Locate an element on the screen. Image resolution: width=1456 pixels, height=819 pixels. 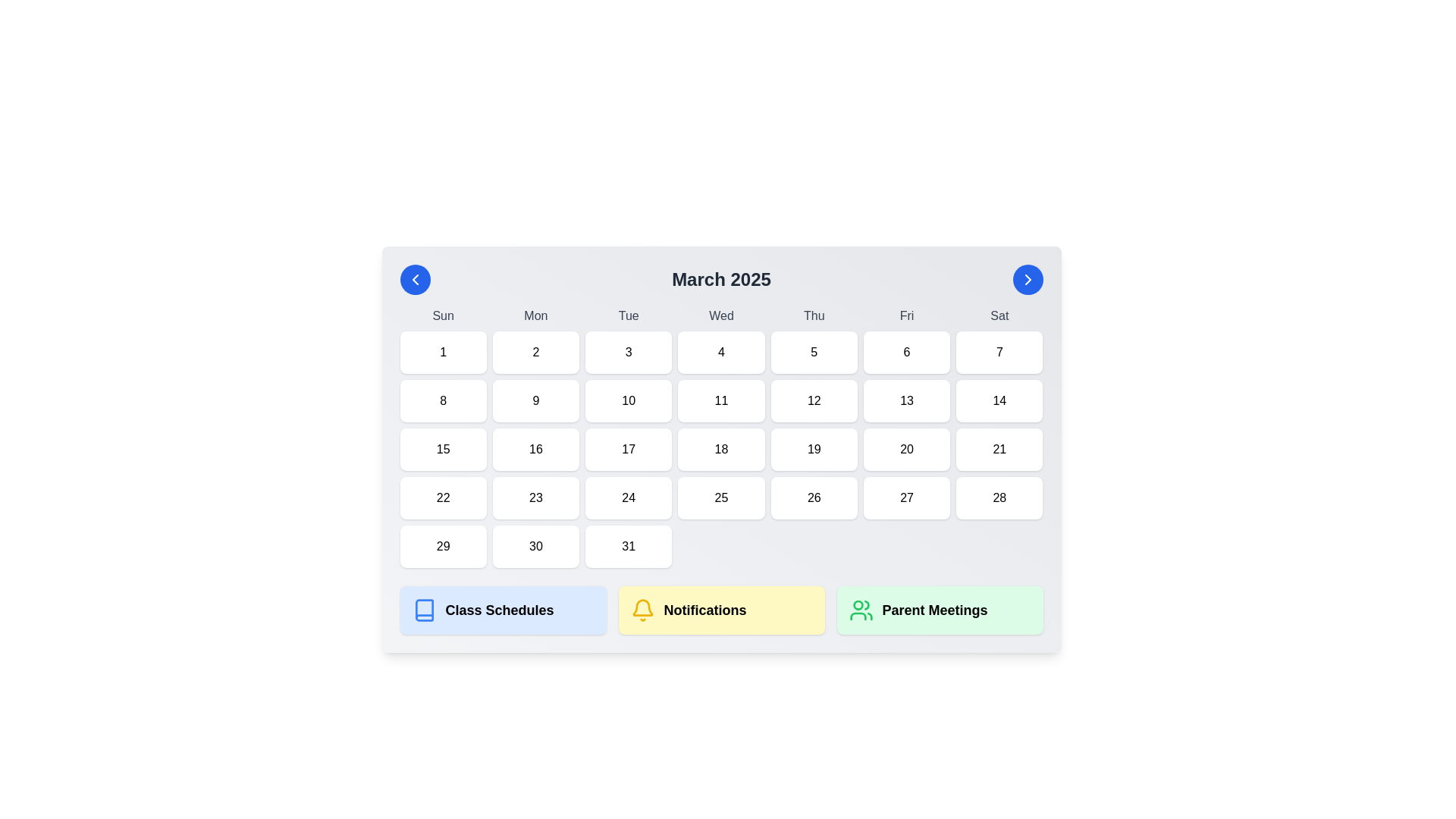
the Text label indicating 'Sat', which is the last item in the group of weekday labels at the top right of the calendar grid is located at coordinates (999, 315).